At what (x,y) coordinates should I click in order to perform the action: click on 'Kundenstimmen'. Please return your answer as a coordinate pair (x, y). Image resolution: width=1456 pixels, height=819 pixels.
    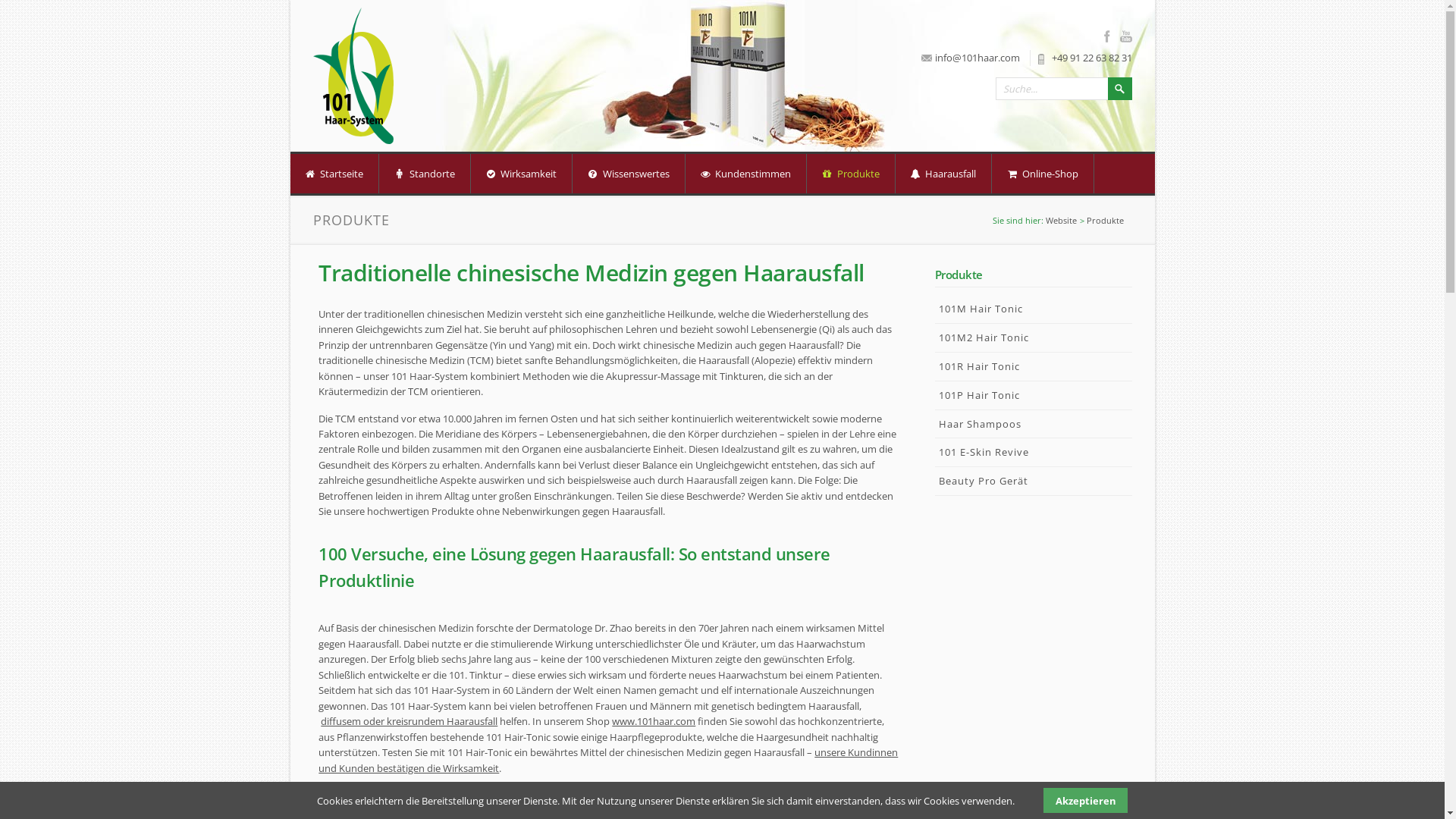
    Looking at the image, I should click on (745, 172).